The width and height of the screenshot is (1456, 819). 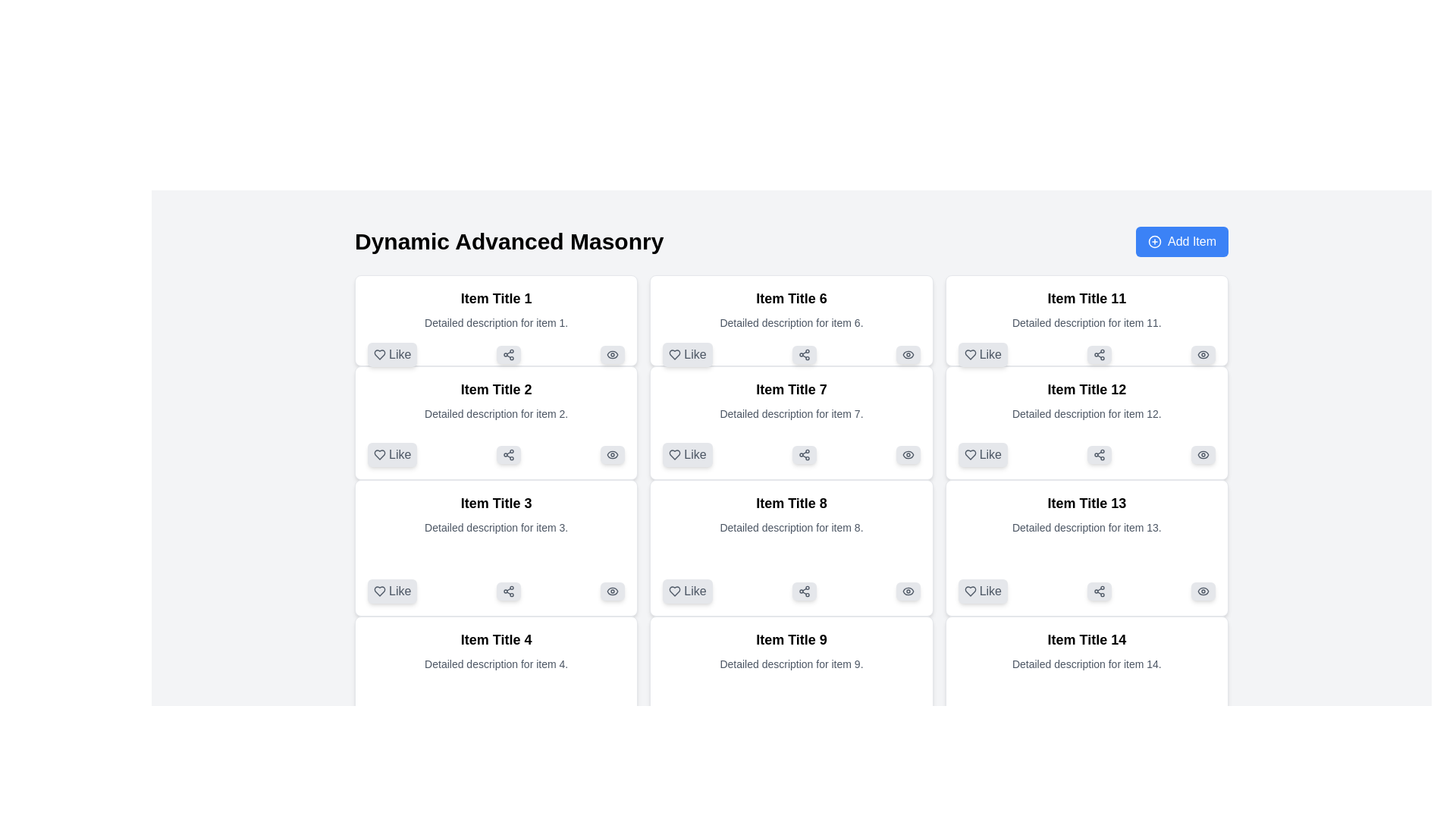 What do you see at coordinates (790, 454) in the screenshot?
I see `the share button located in the second row of the interface within the card titled 'Item Title 7', which is the second button in a row of three buttons at the bottom of the card` at bounding box center [790, 454].